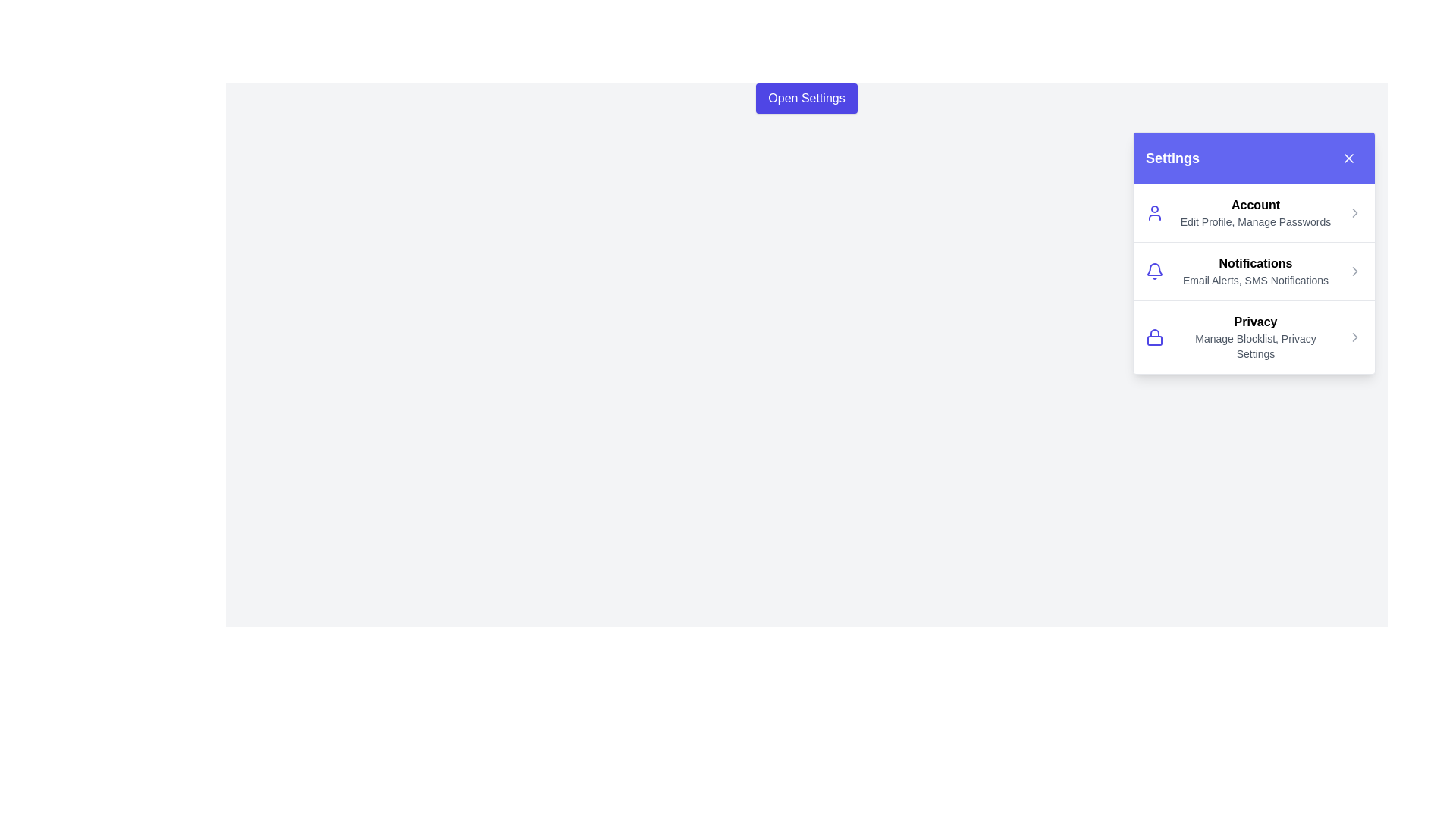 This screenshot has width=1456, height=819. Describe the element at coordinates (1256, 321) in the screenshot. I see `the 'Privacy' label, which is the bold title of the third section in the settings menu, located above 'Manage Blocklist, Privacy Settings' and below 'Notifications'` at that location.